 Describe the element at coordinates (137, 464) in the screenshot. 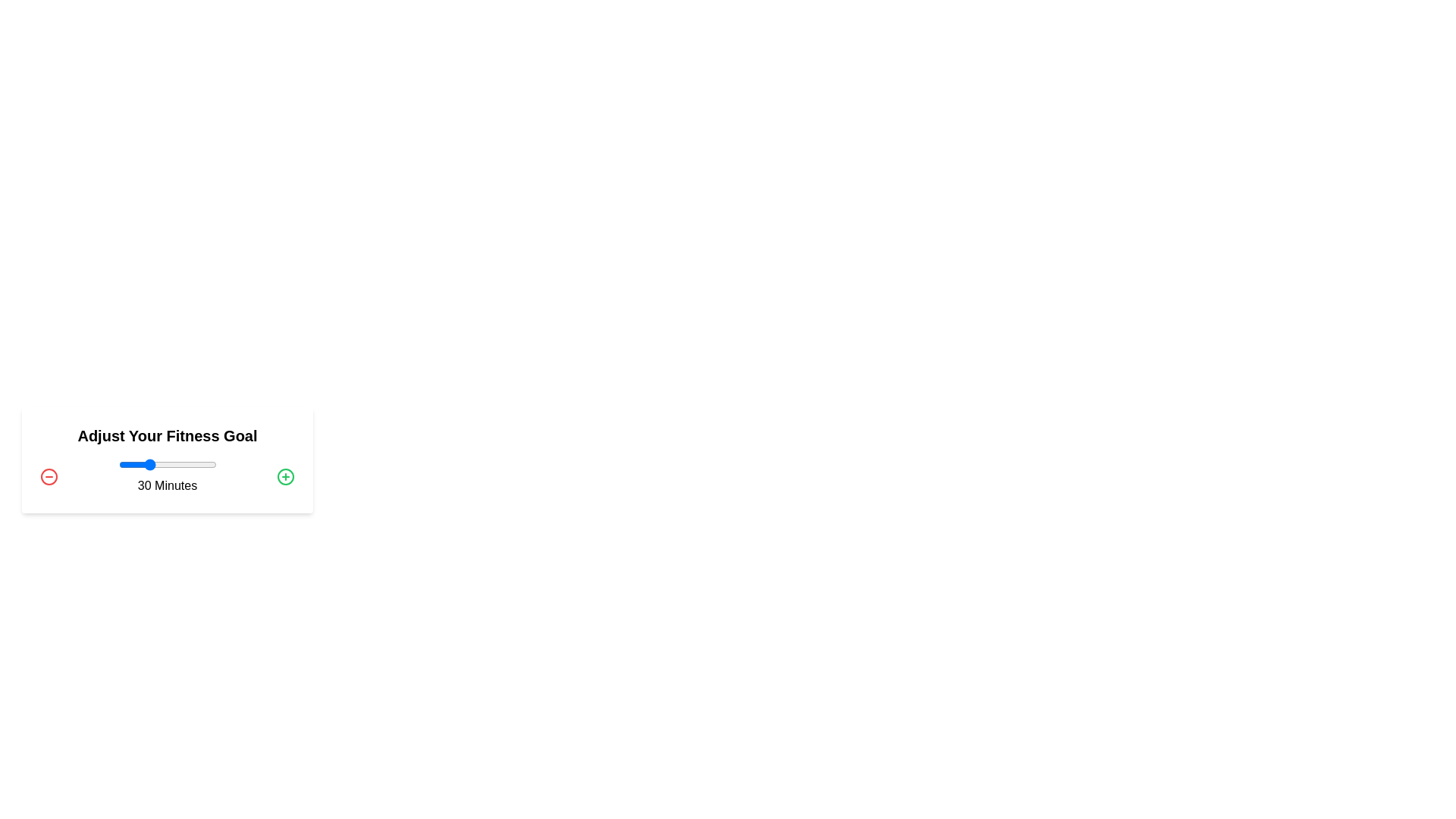

I see `the slider` at that location.